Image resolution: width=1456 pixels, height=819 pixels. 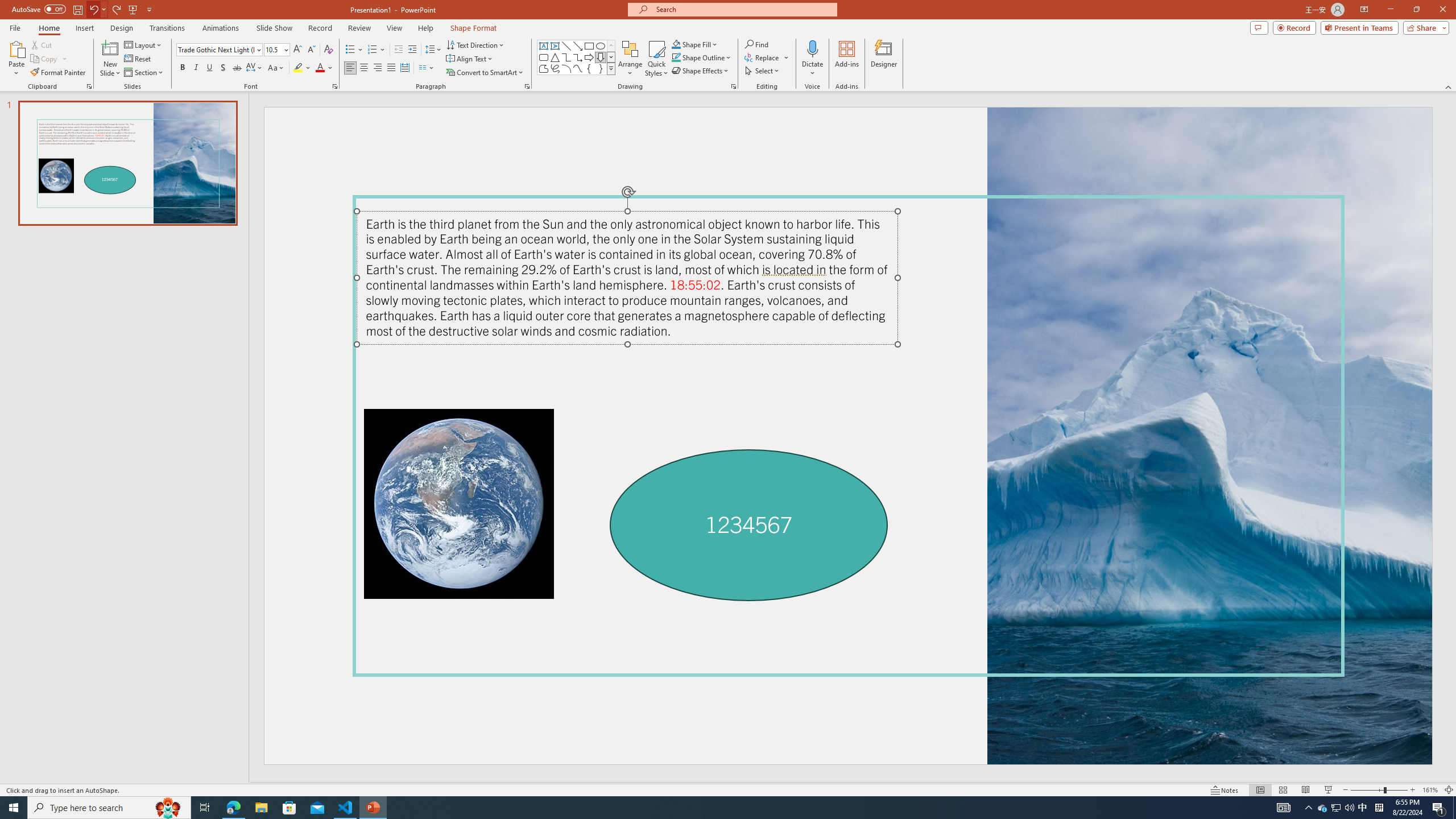 What do you see at coordinates (1430, 790) in the screenshot?
I see `'Zoom 161%'` at bounding box center [1430, 790].